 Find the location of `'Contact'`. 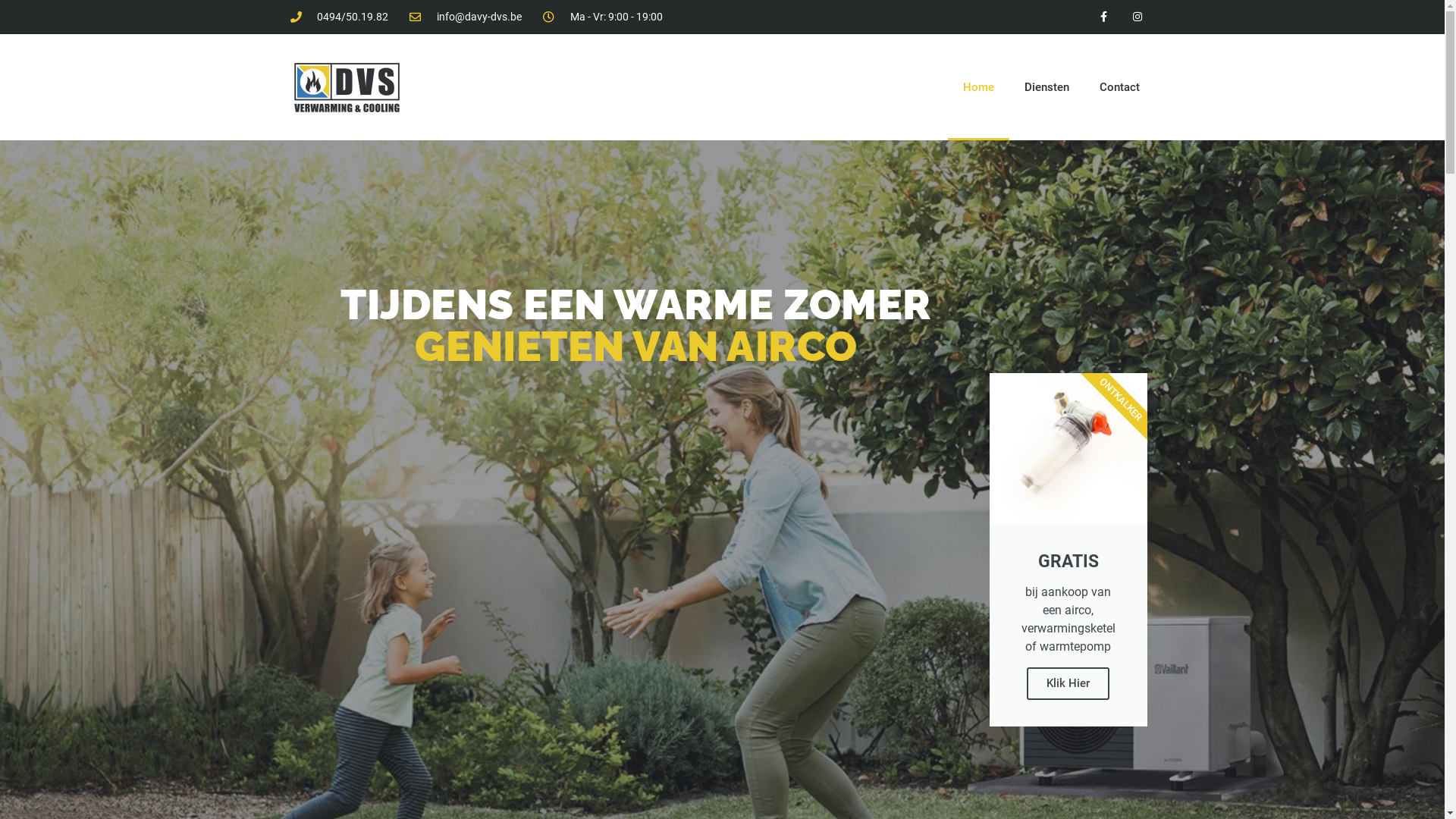

'Contact' is located at coordinates (1119, 87).